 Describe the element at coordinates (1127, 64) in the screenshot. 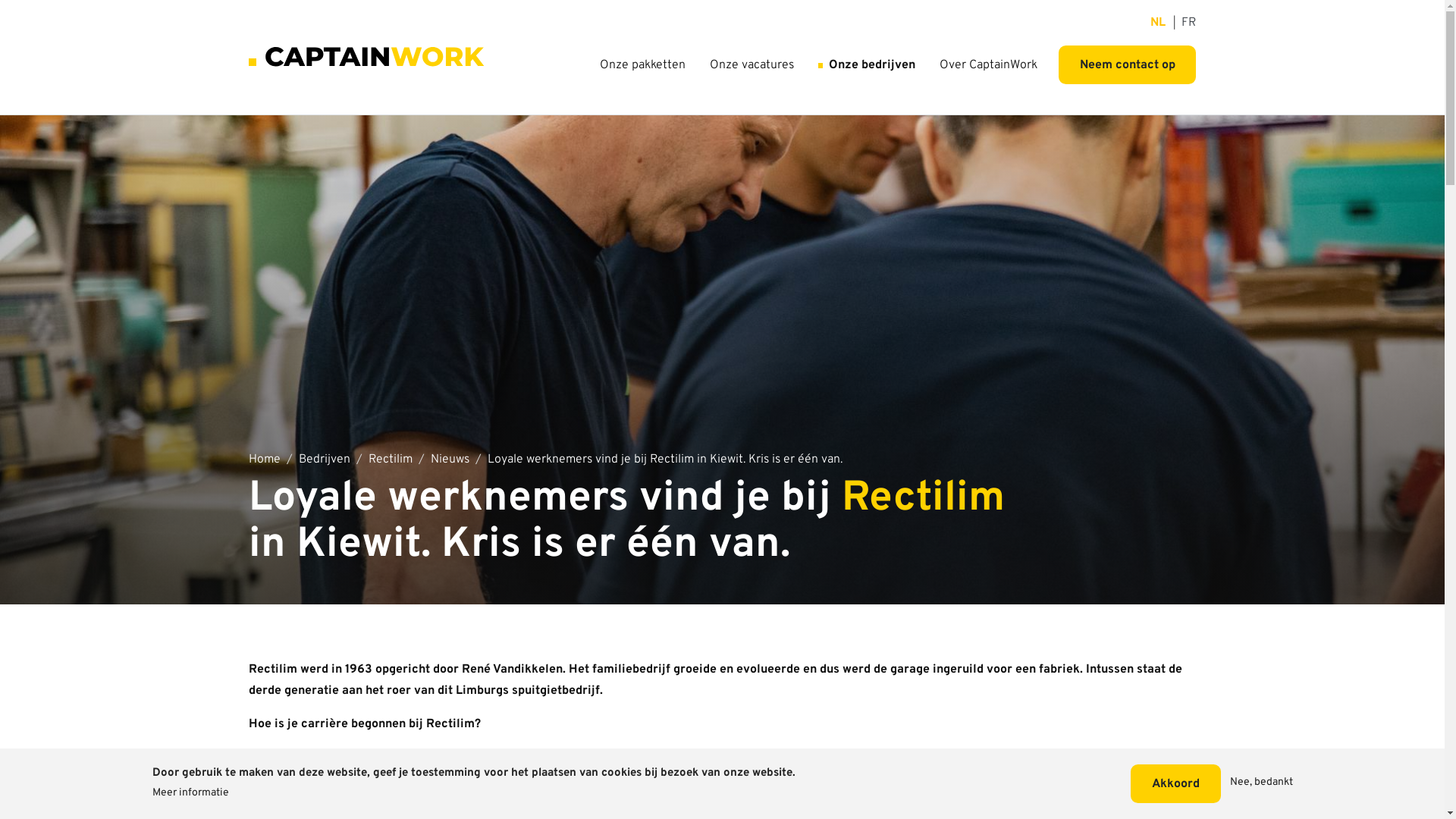

I see `'Neem contact op'` at that location.